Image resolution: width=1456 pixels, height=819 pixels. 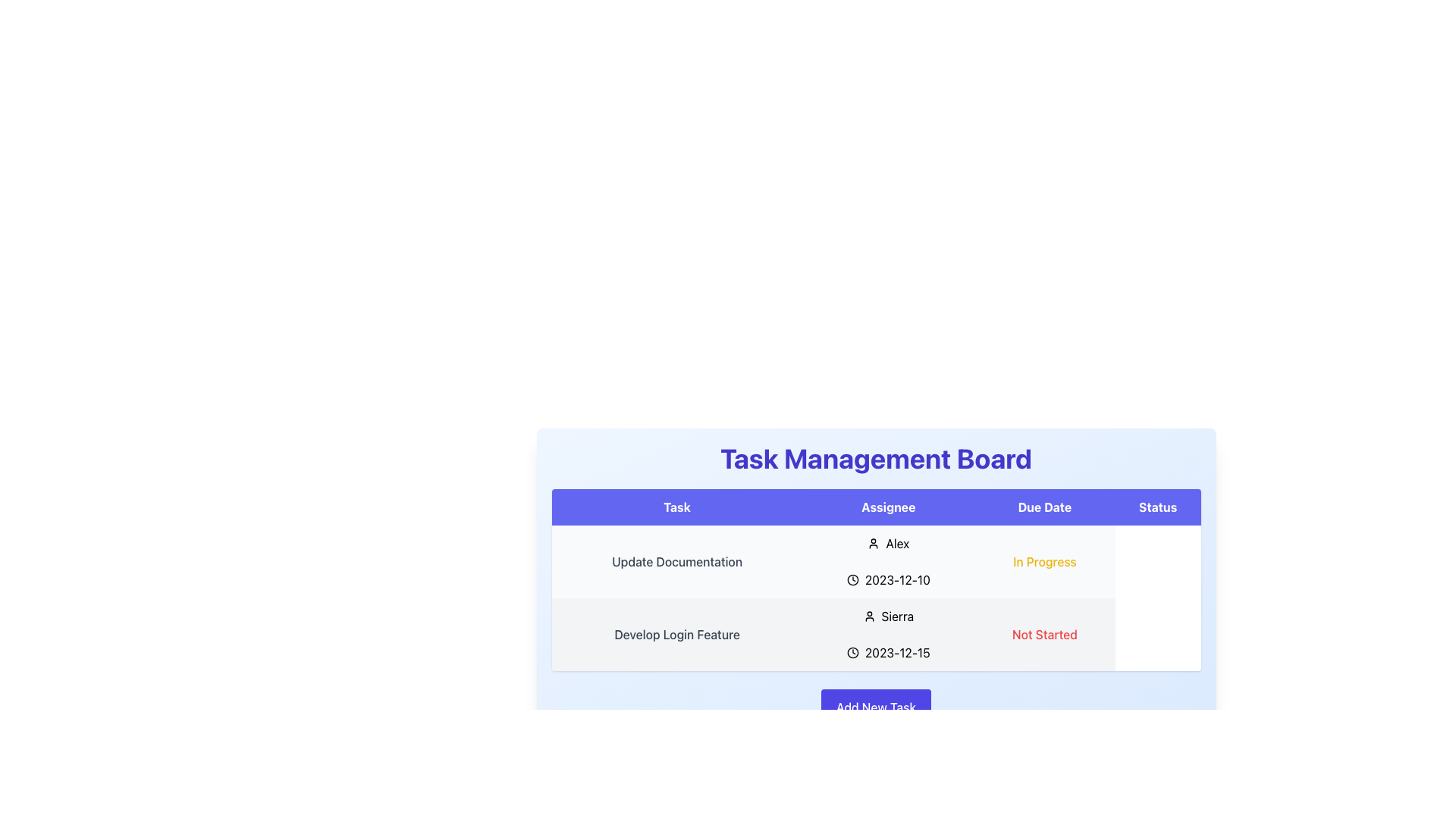 I want to click on the text label displaying 'Sierra' in the second row of the 'Assignee' column within the task table, so click(x=897, y=617).